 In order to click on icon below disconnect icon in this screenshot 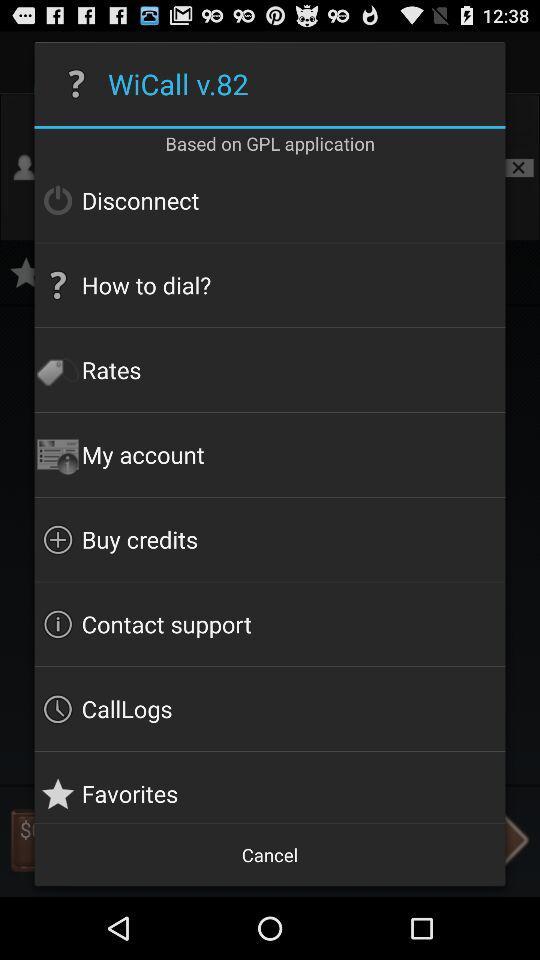, I will do `click(270, 284)`.